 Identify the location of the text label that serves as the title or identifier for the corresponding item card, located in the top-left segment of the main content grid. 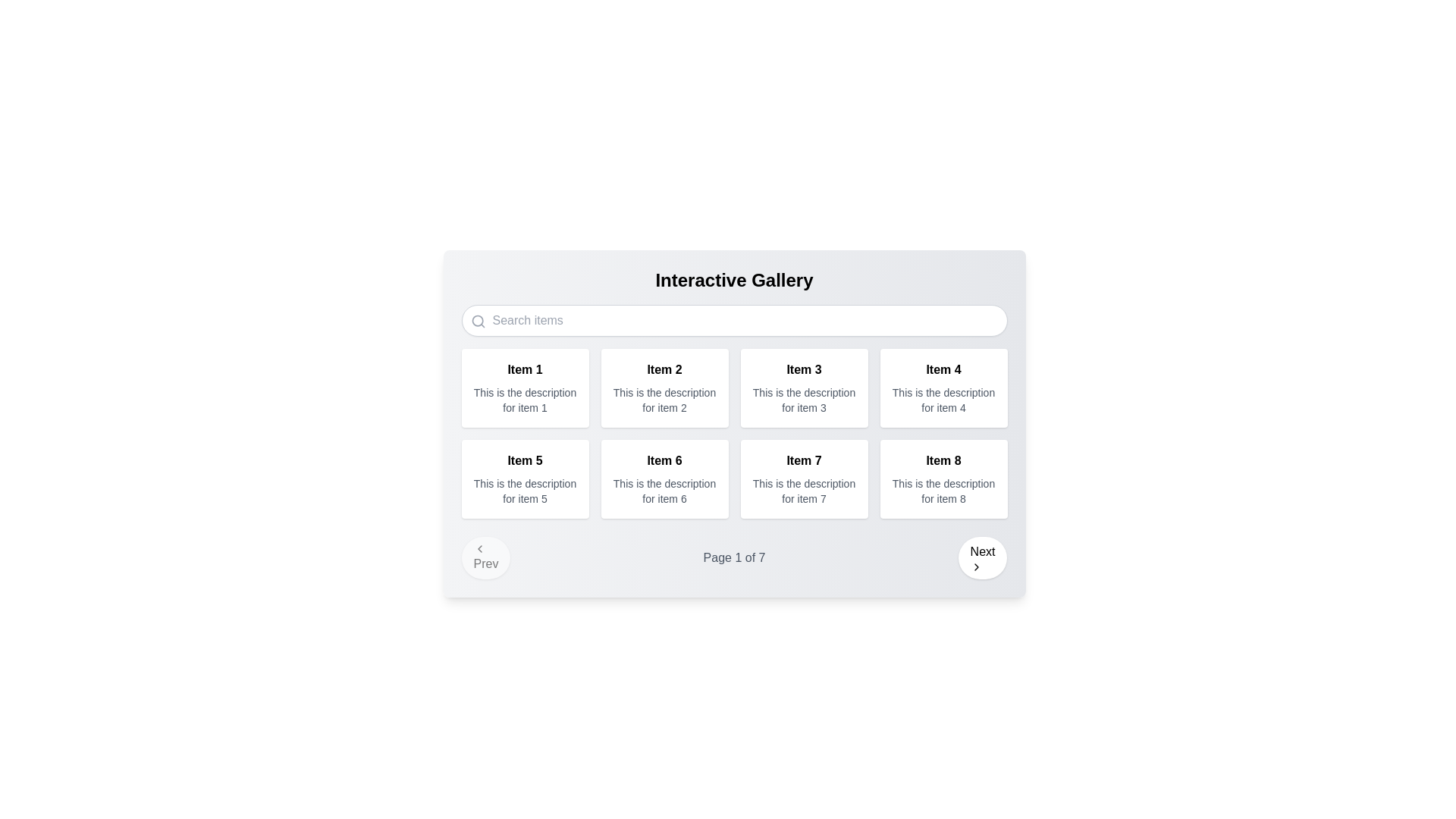
(525, 370).